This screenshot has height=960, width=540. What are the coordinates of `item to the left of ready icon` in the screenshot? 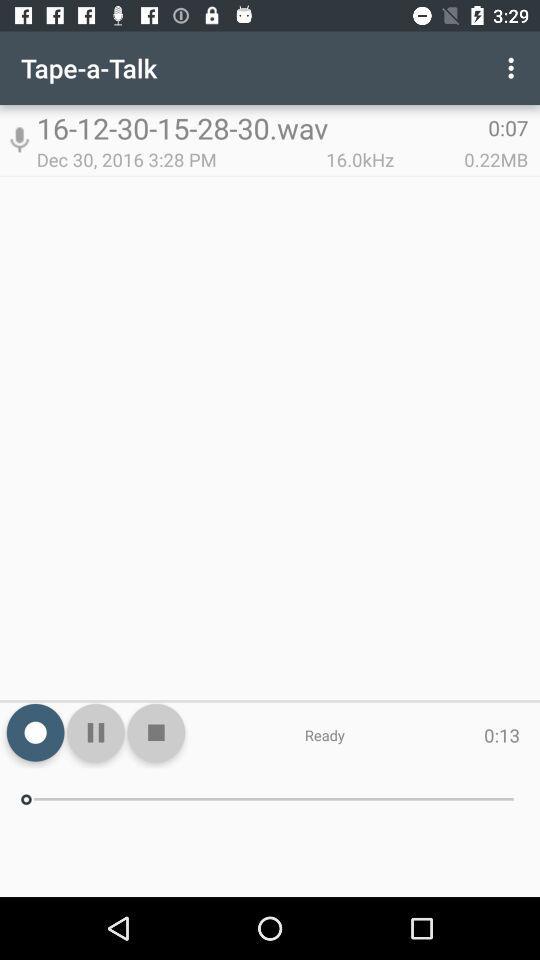 It's located at (155, 731).